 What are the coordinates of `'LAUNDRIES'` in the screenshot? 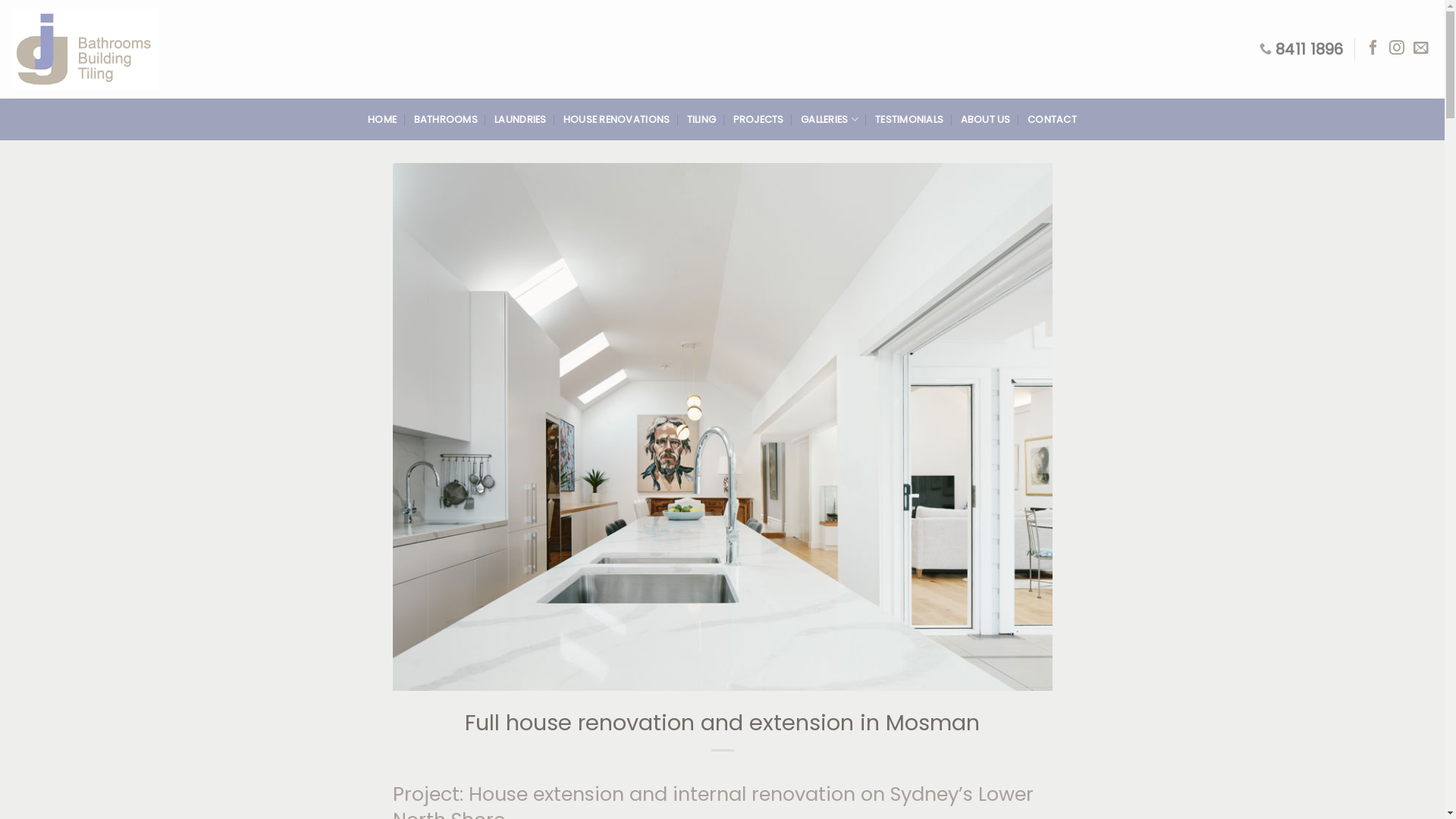 It's located at (520, 119).